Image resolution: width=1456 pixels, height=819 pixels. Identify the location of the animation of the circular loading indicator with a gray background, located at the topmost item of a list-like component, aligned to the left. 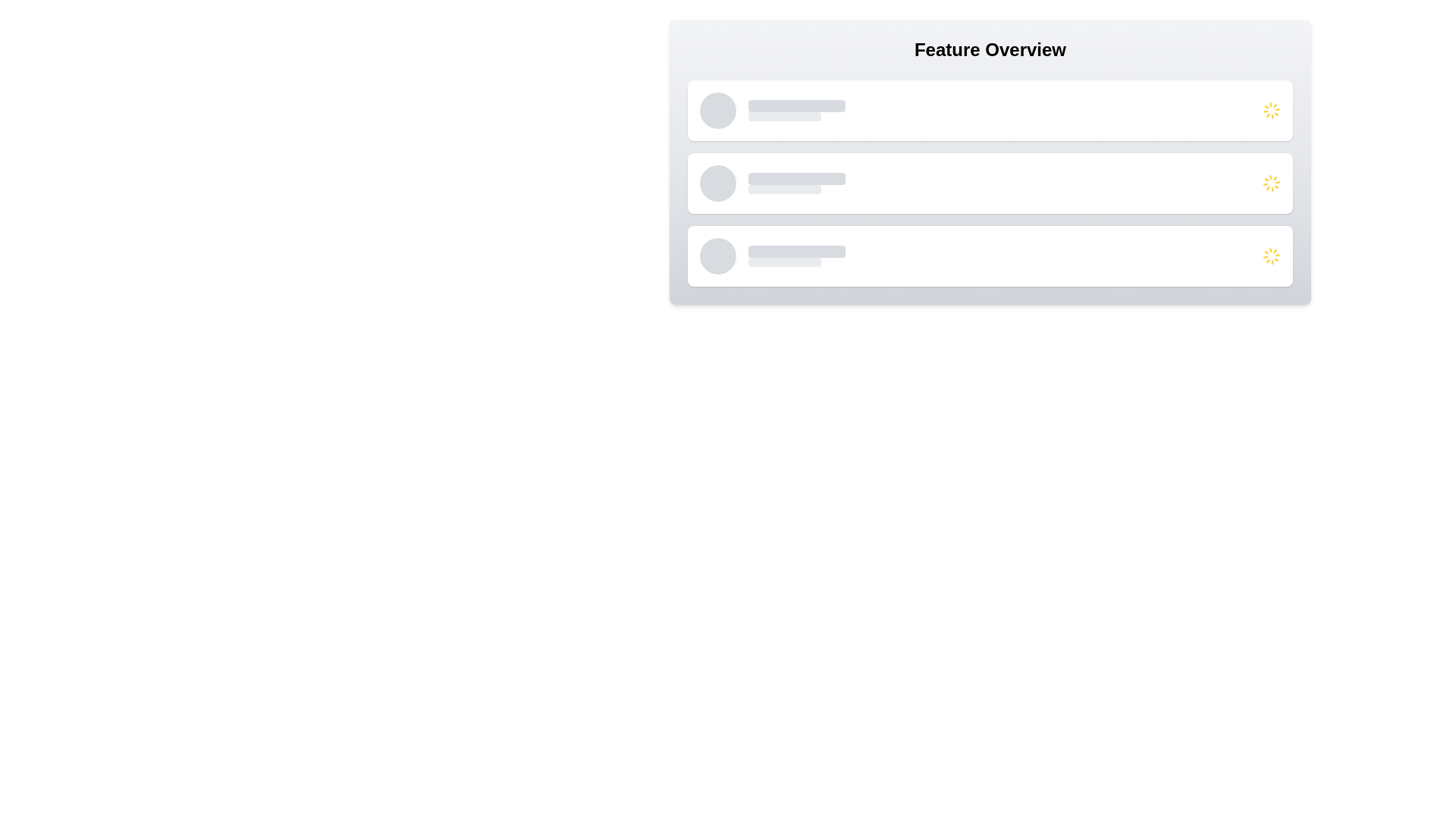
(717, 110).